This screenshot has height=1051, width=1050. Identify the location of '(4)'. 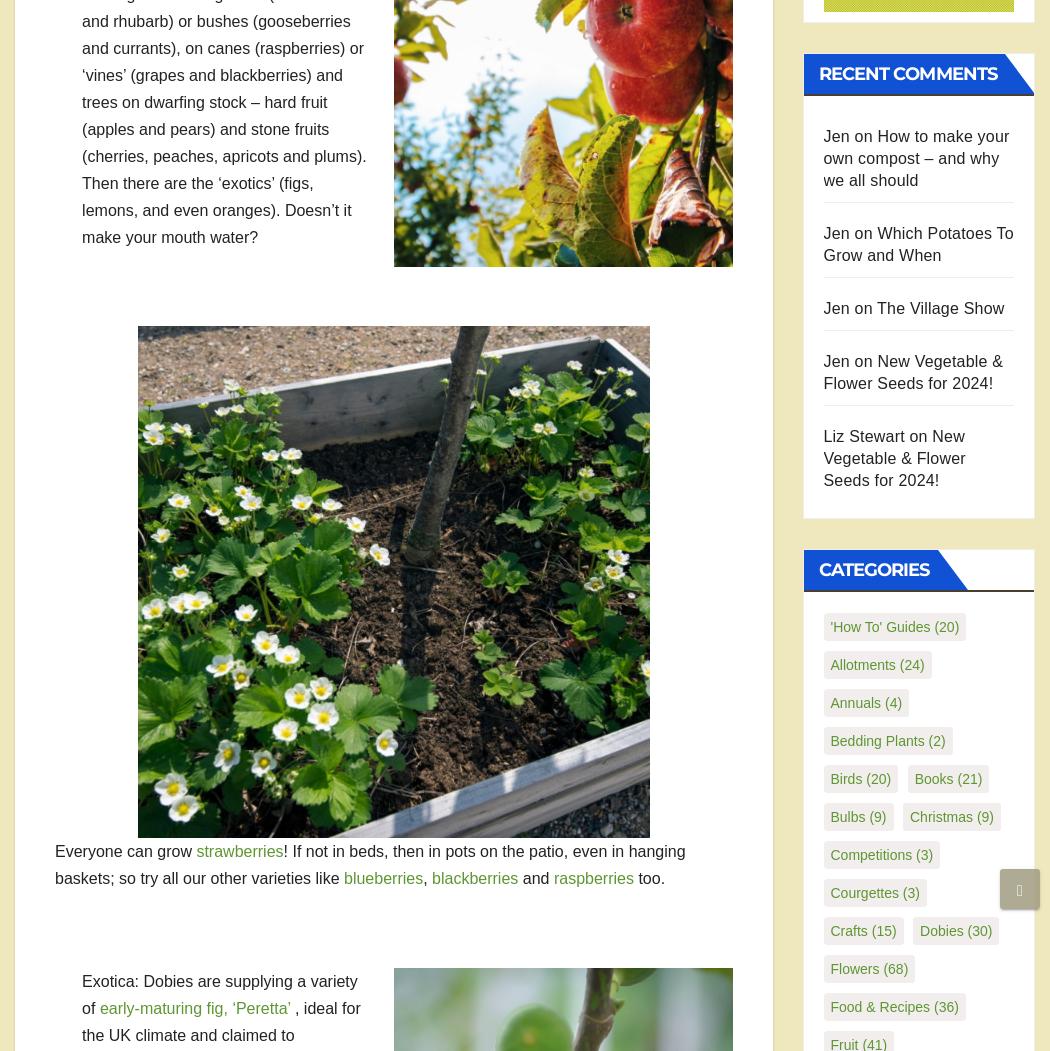
(879, 702).